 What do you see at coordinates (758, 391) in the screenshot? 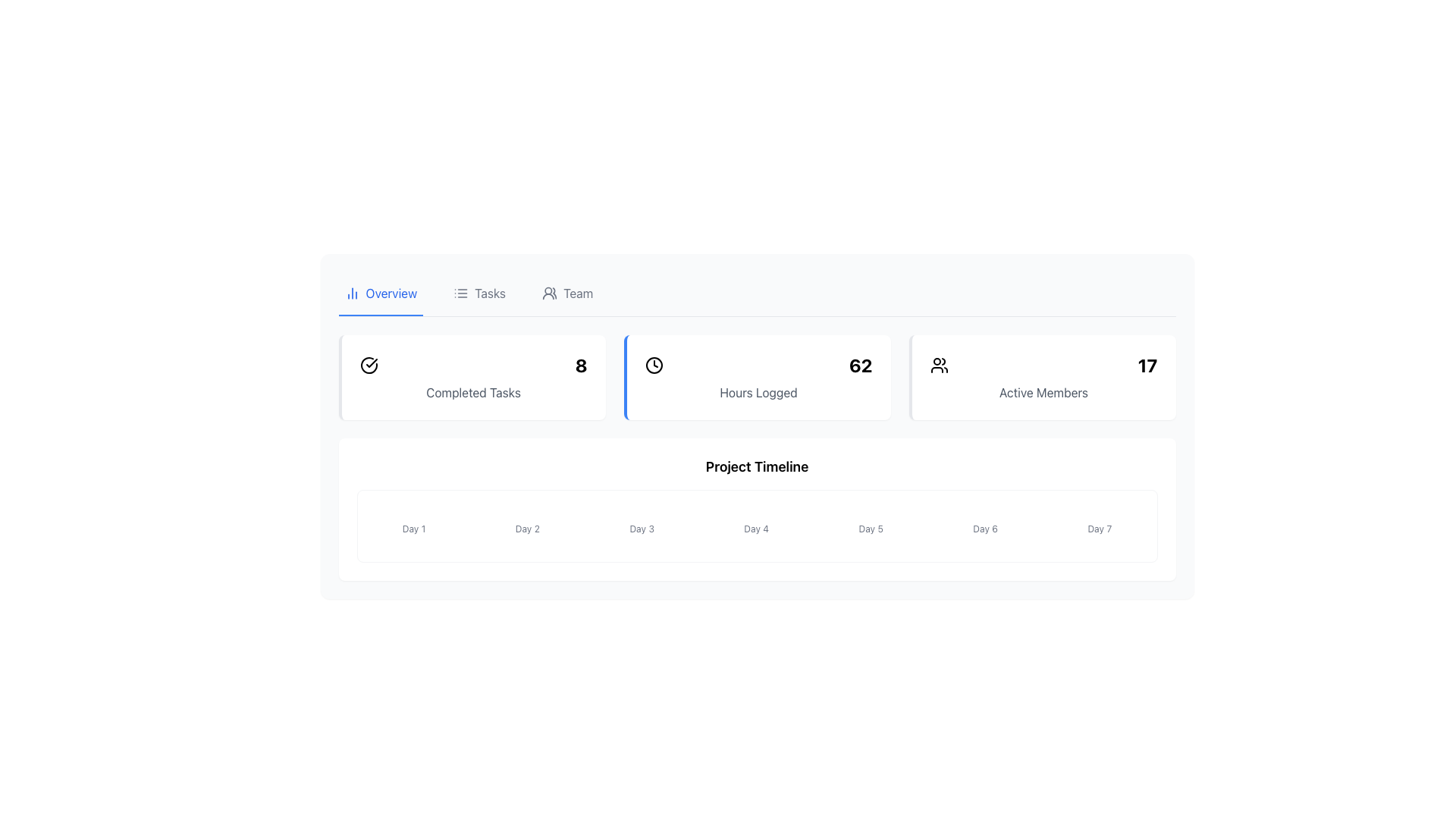
I see `the 'Hours Logged' text label displayed in gray font, which is part of a white background card that contains the bold number '62' and a clock icon, located as the second card from the left in a row of three cards` at bounding box center [758, 391].